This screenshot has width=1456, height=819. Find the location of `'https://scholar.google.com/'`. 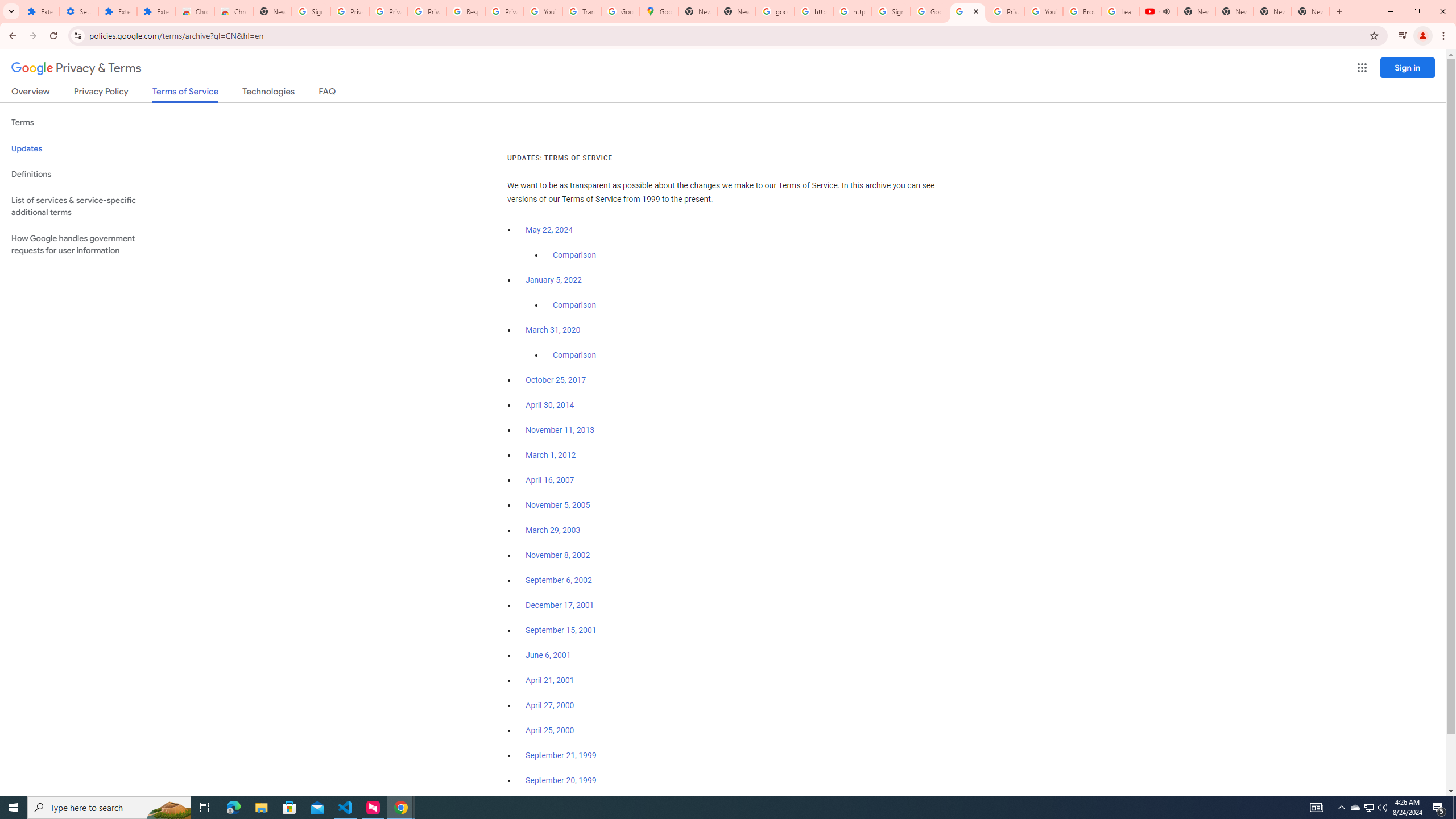

'https://scholar.google.com/' is located at coordinates (851, 11).